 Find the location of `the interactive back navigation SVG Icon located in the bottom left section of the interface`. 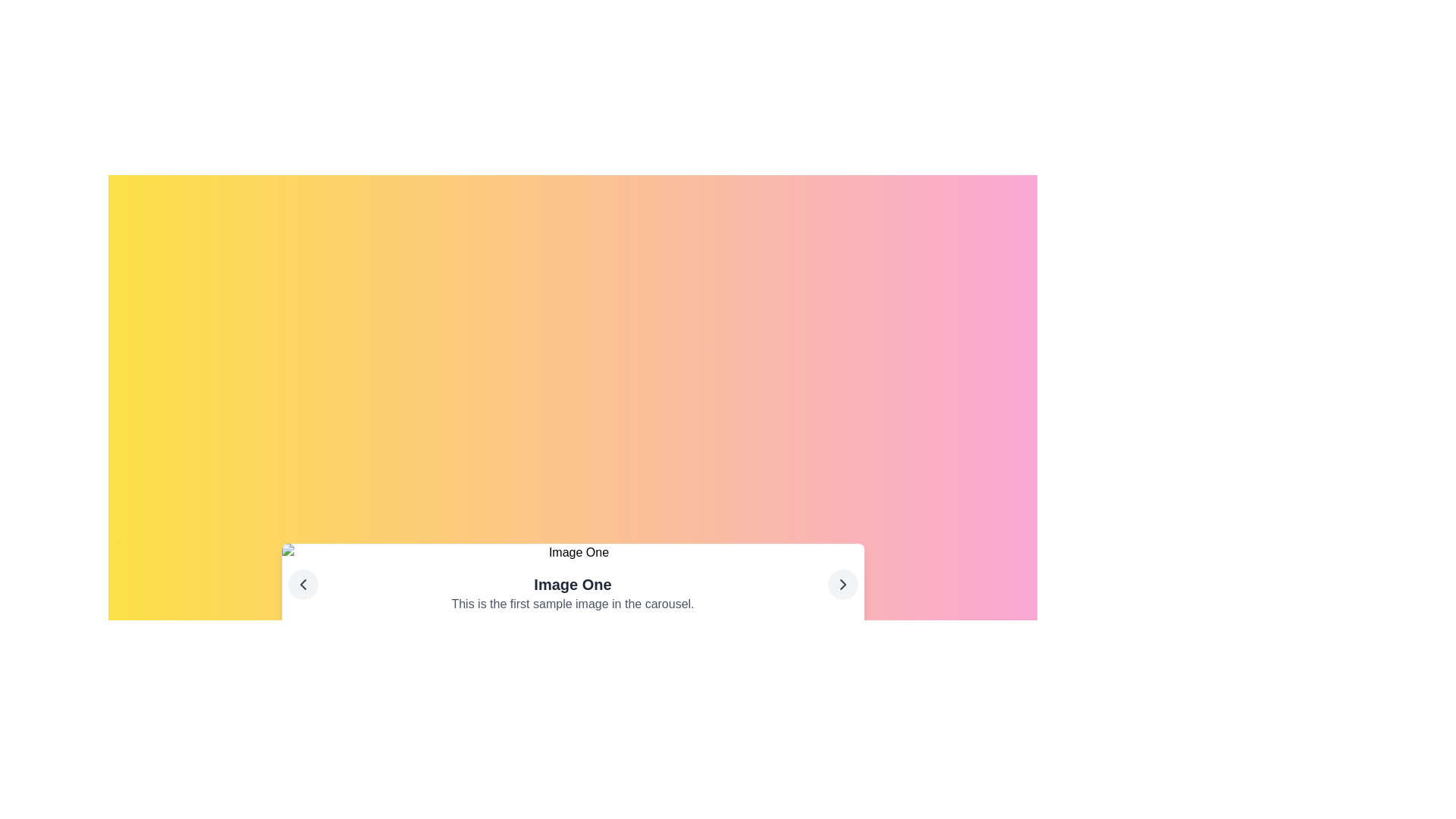

the interactive back navigation SVG Icon located in the bottom left section of the interface is located at coordinates (303, 584).